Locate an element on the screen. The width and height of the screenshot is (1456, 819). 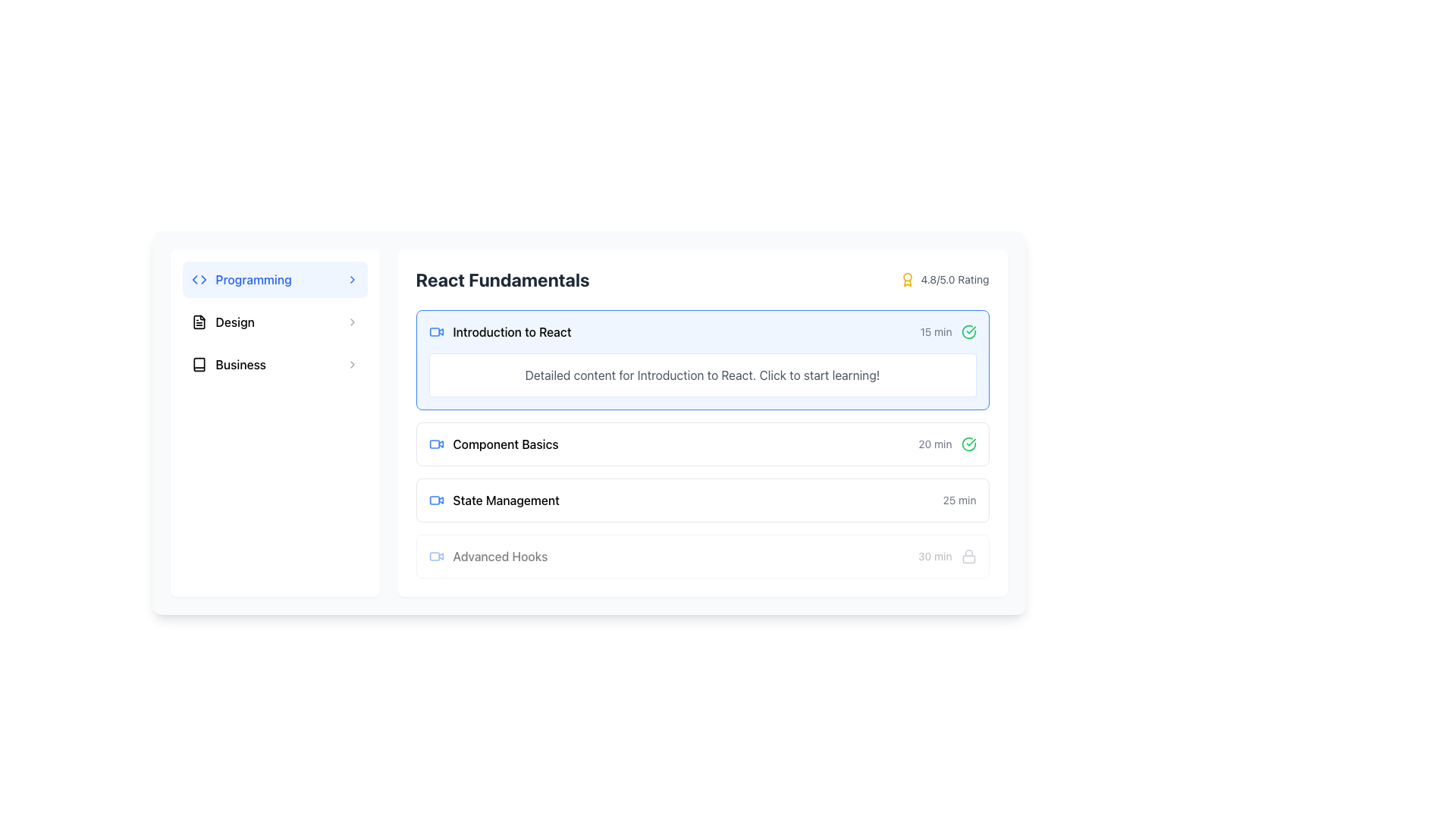
the 'Business' navigation button, which is the third option in the vertical list of the side panel, located below the 'Programming' and 'Design' options is located at coordinates (275, 365).